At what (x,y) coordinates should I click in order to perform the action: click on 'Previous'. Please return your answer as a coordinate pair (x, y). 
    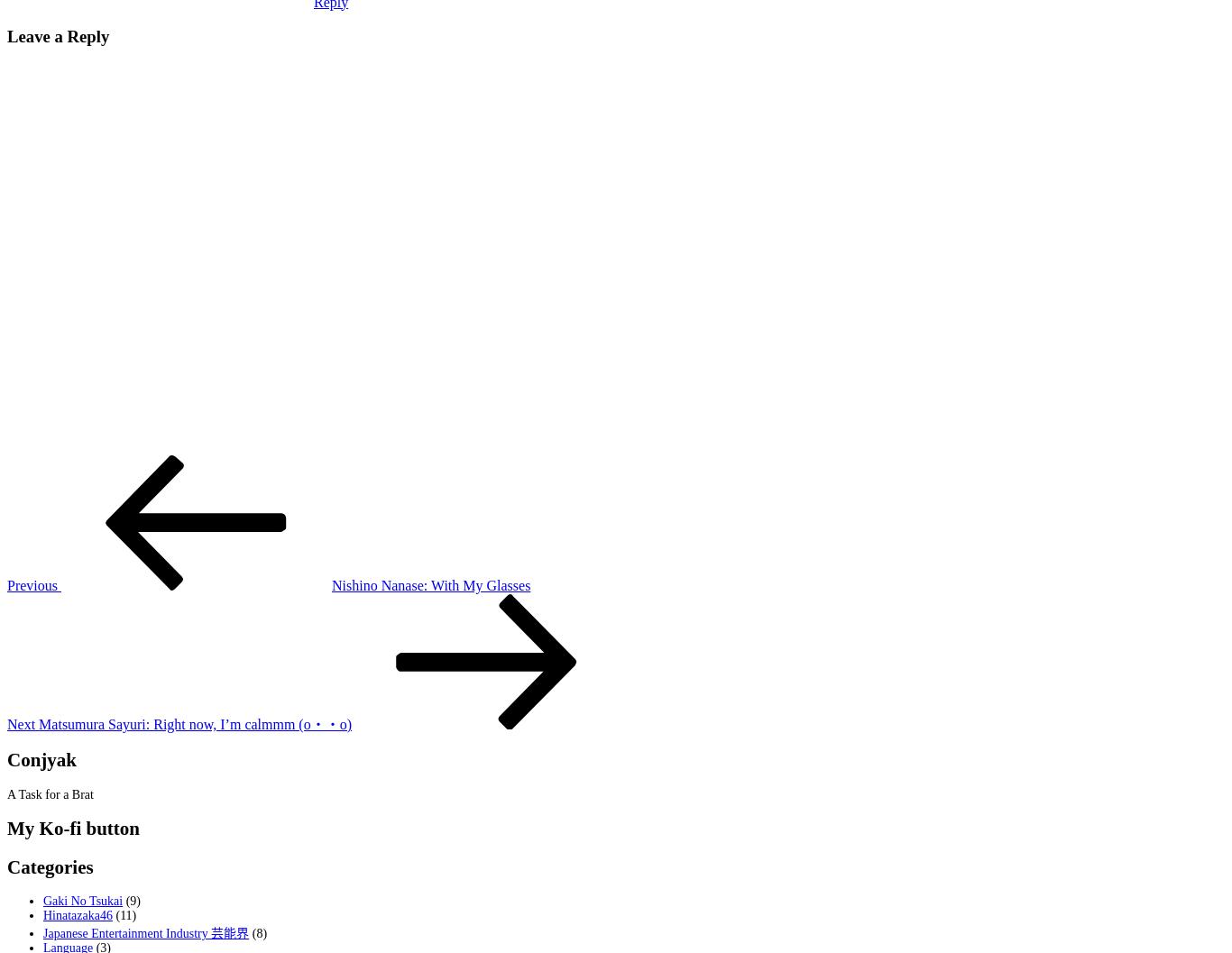
    Looking at the image, I should click on (32, 584).